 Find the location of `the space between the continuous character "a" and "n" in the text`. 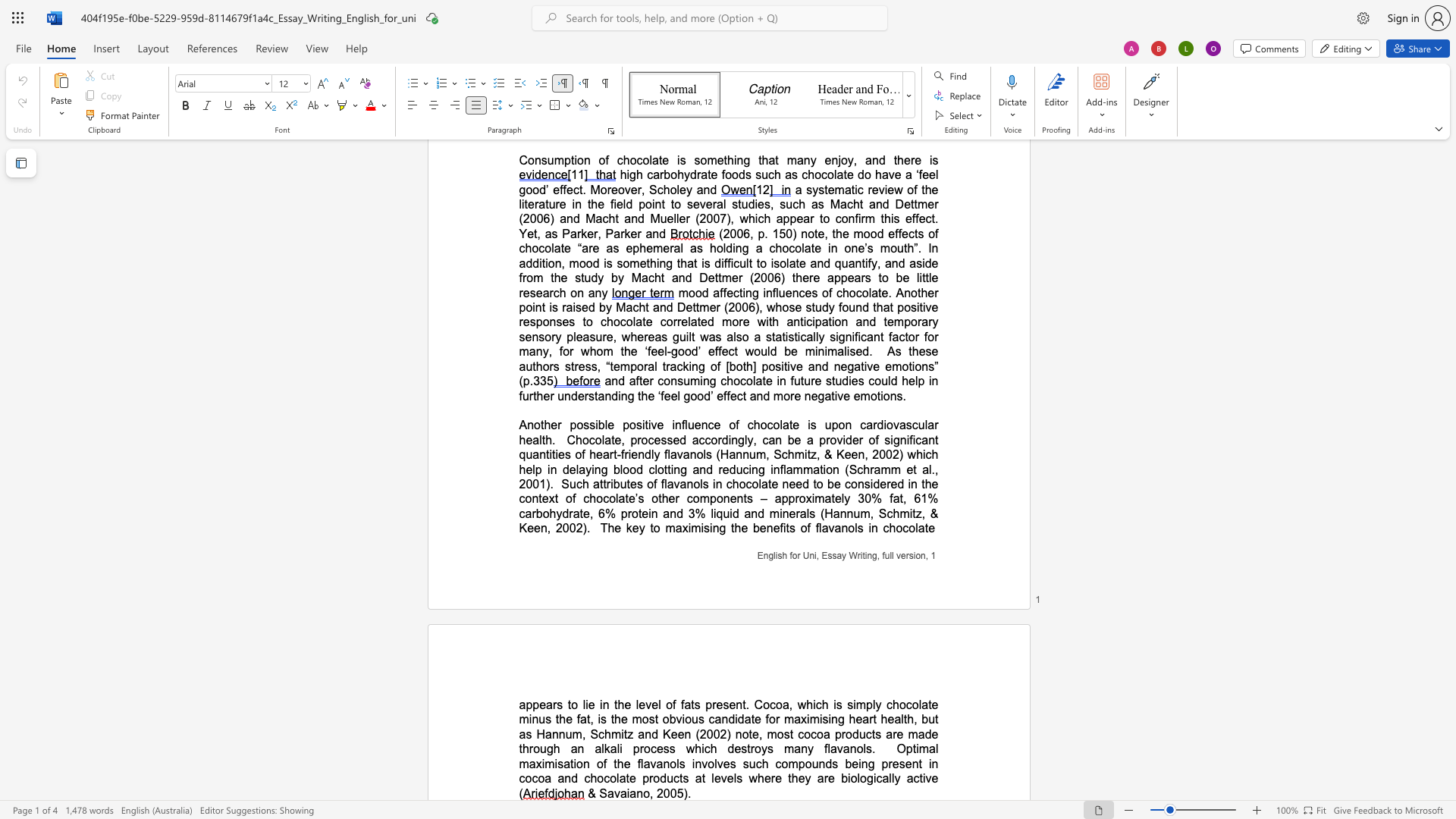

the space between the continuous character "a" and "n" in the text is located at coordinates (636, 792).